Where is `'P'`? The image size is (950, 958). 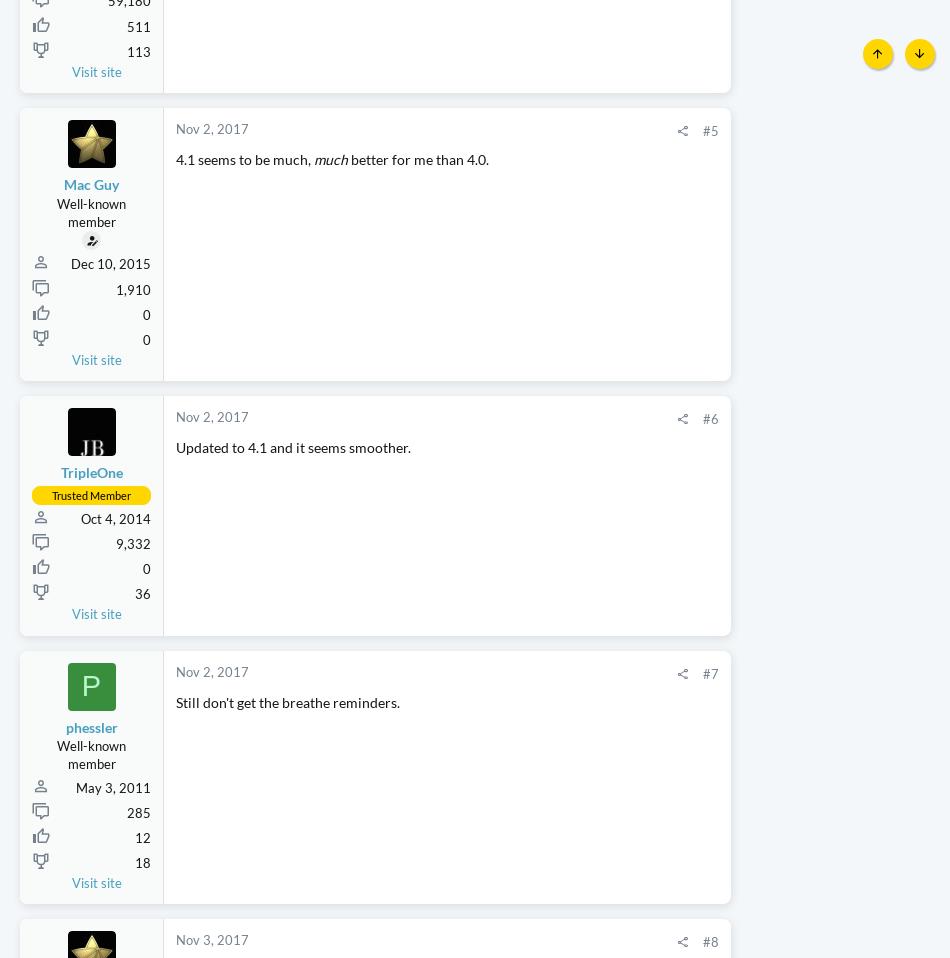 'P' is located at coordinates (91, 743).